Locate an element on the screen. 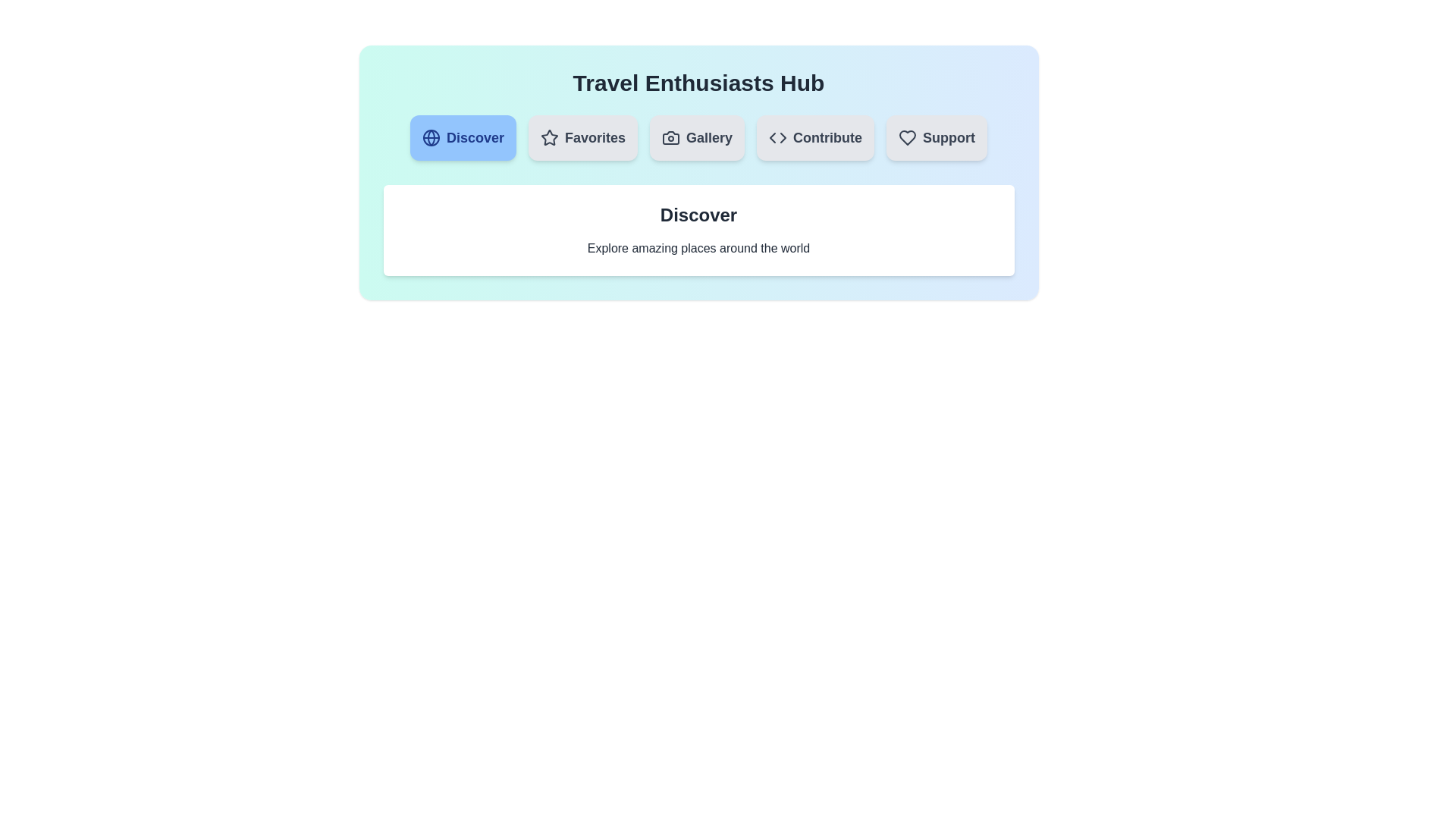 The height and width of the screenshot is (819, 1456). the stylized camera icon button, which is the third option in the row of buttons labeled 'Discover', 'Favorites', 'Gallery', 'Contribute', and 'Support' is located at coordinates (670, 137).